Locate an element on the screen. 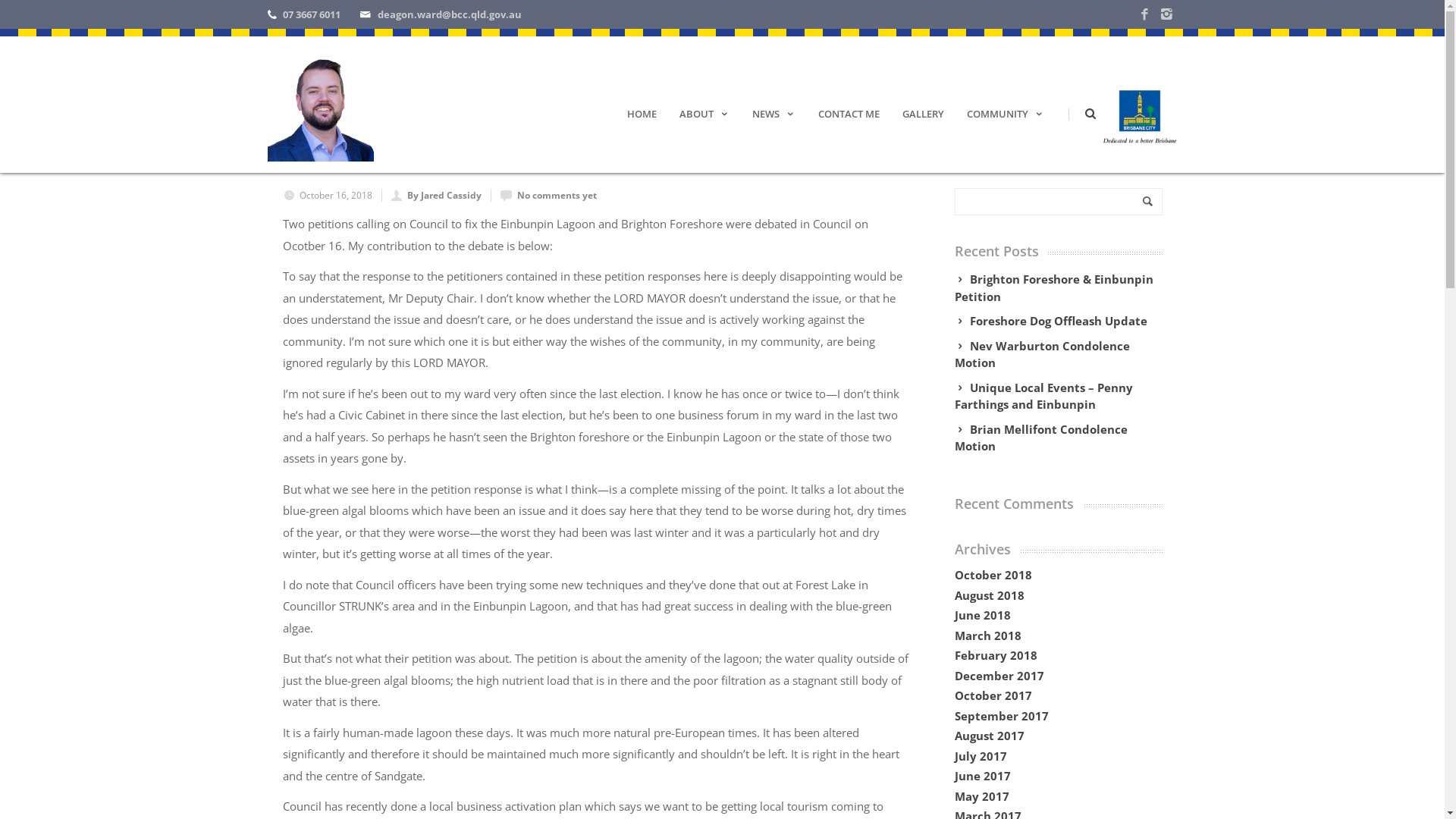  'Instagram' is located at coordinates (1166, 14).